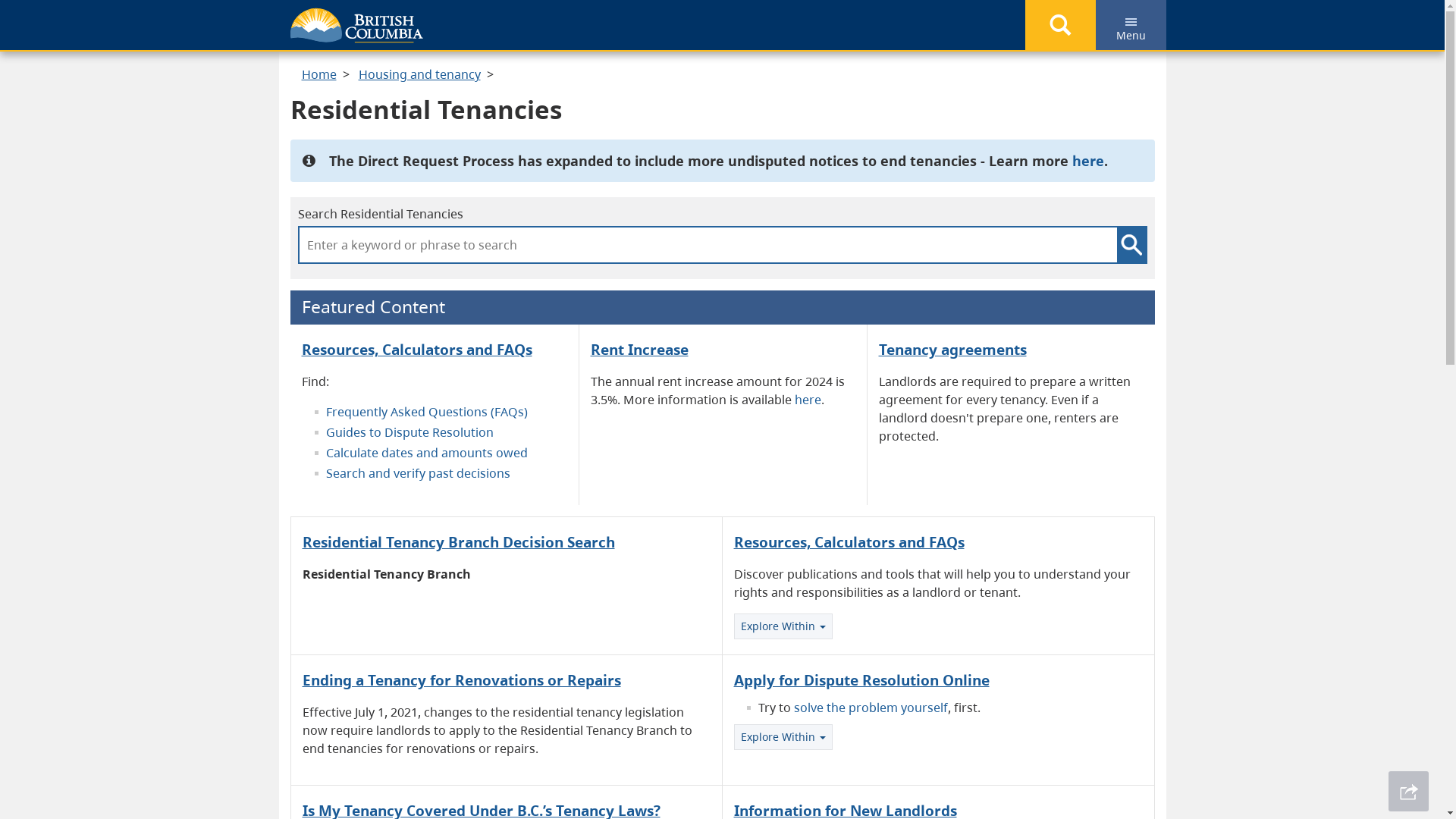  Describe the element at coordinates (951, 349) in the screenshot. I see `'Tenancy agreements'` at that location.